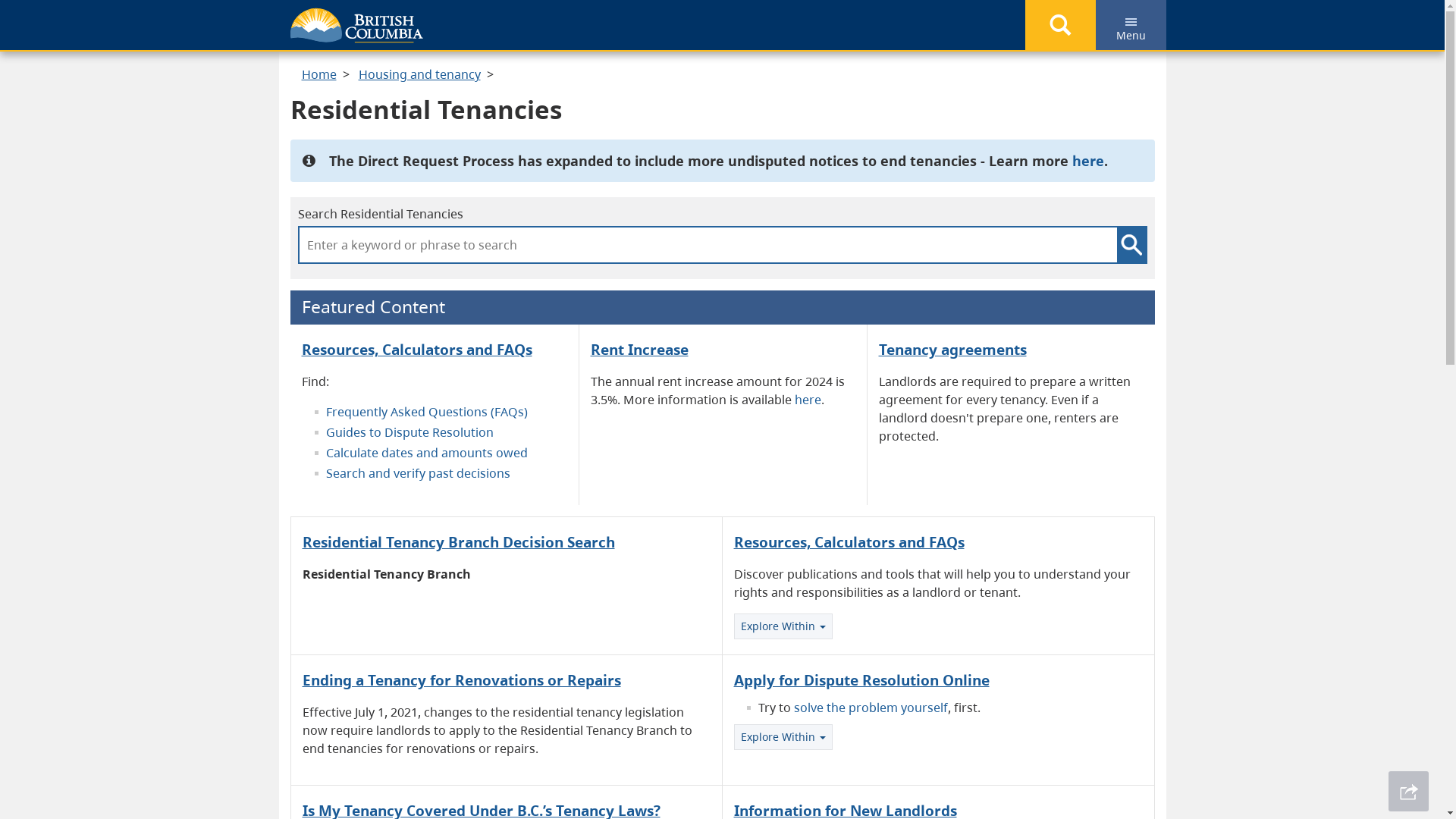  Describe the element at coordinates (951, 349) in the screenshot. I see `'Tenancy agreements'` at that location.